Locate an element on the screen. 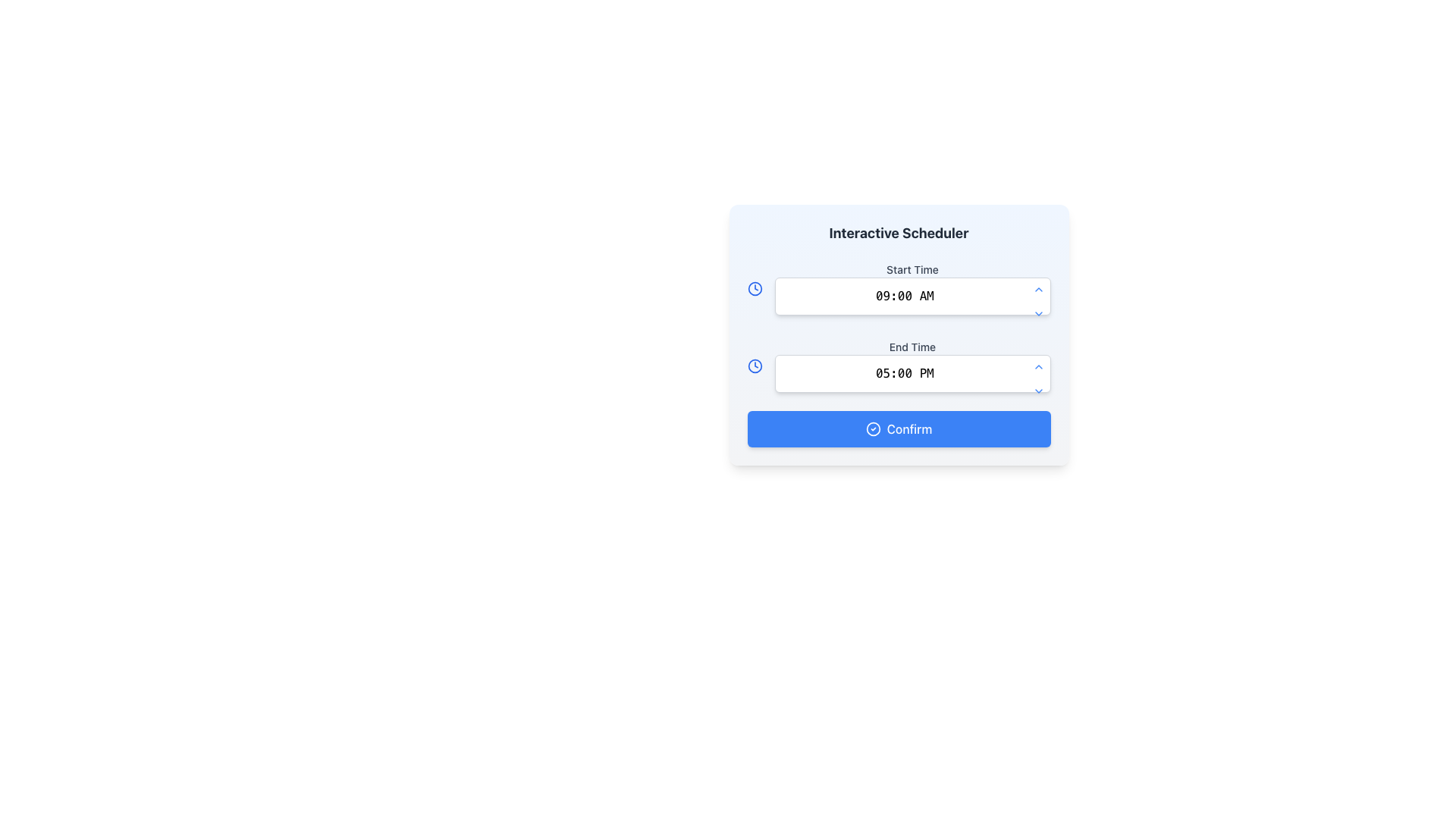 The image size is (1456, 819). the text input field displaying '09:00 AM' to invoke the time picker dialog is located at coordinates (912, 296).